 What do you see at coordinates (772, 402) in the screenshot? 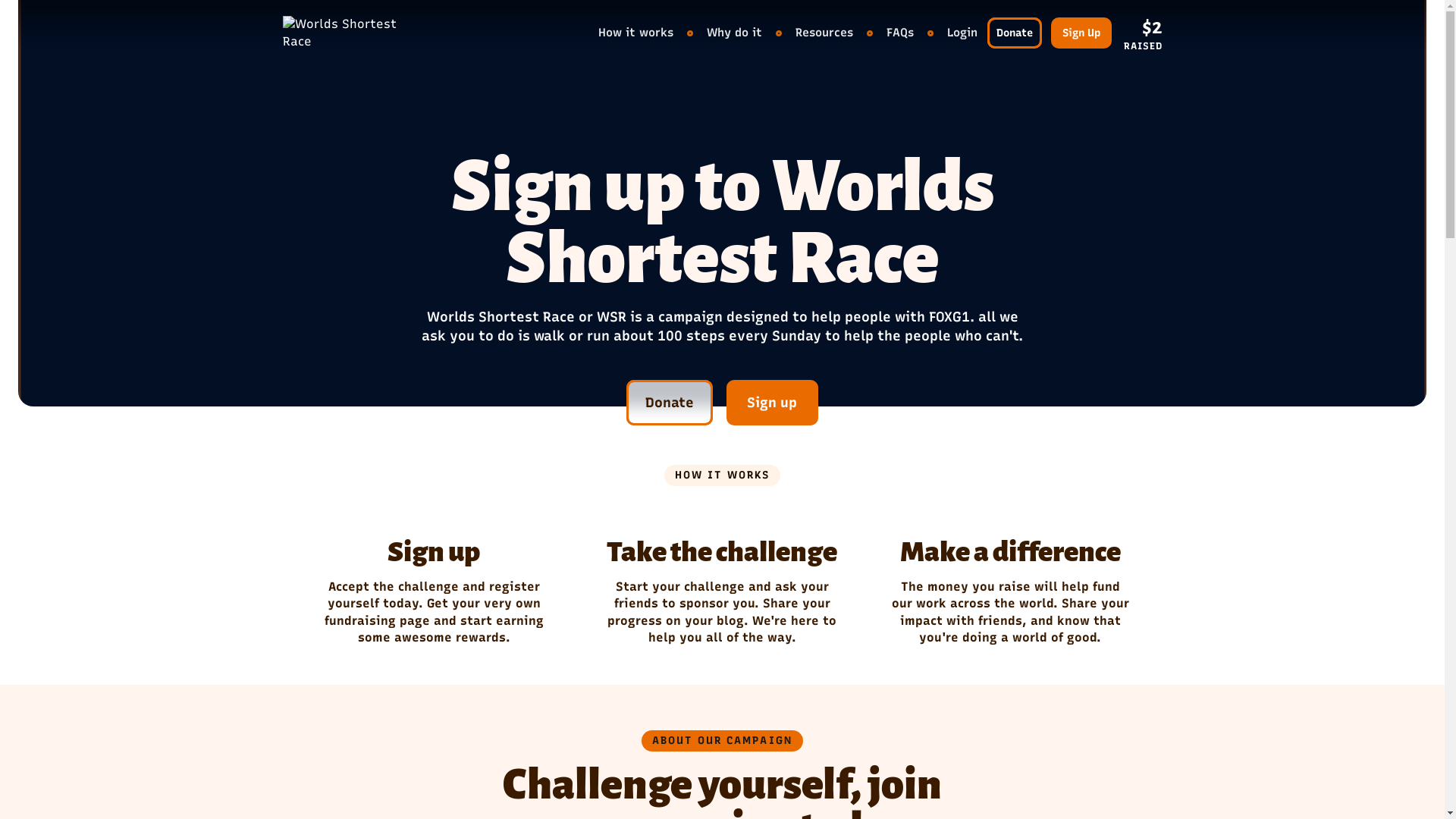
I see `'Sign up'` at bounding box center [772, 402].